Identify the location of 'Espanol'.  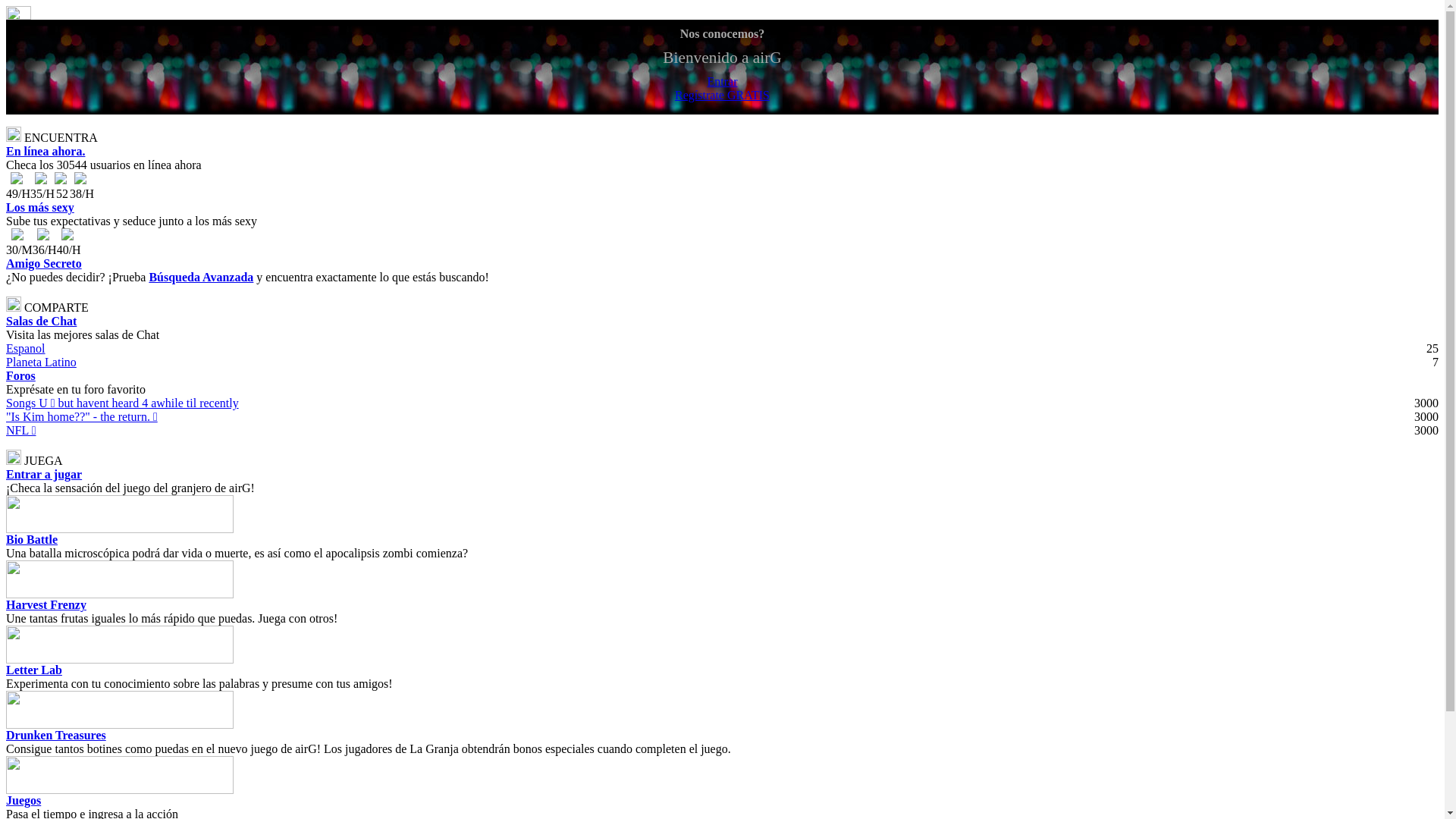
(25, 348).